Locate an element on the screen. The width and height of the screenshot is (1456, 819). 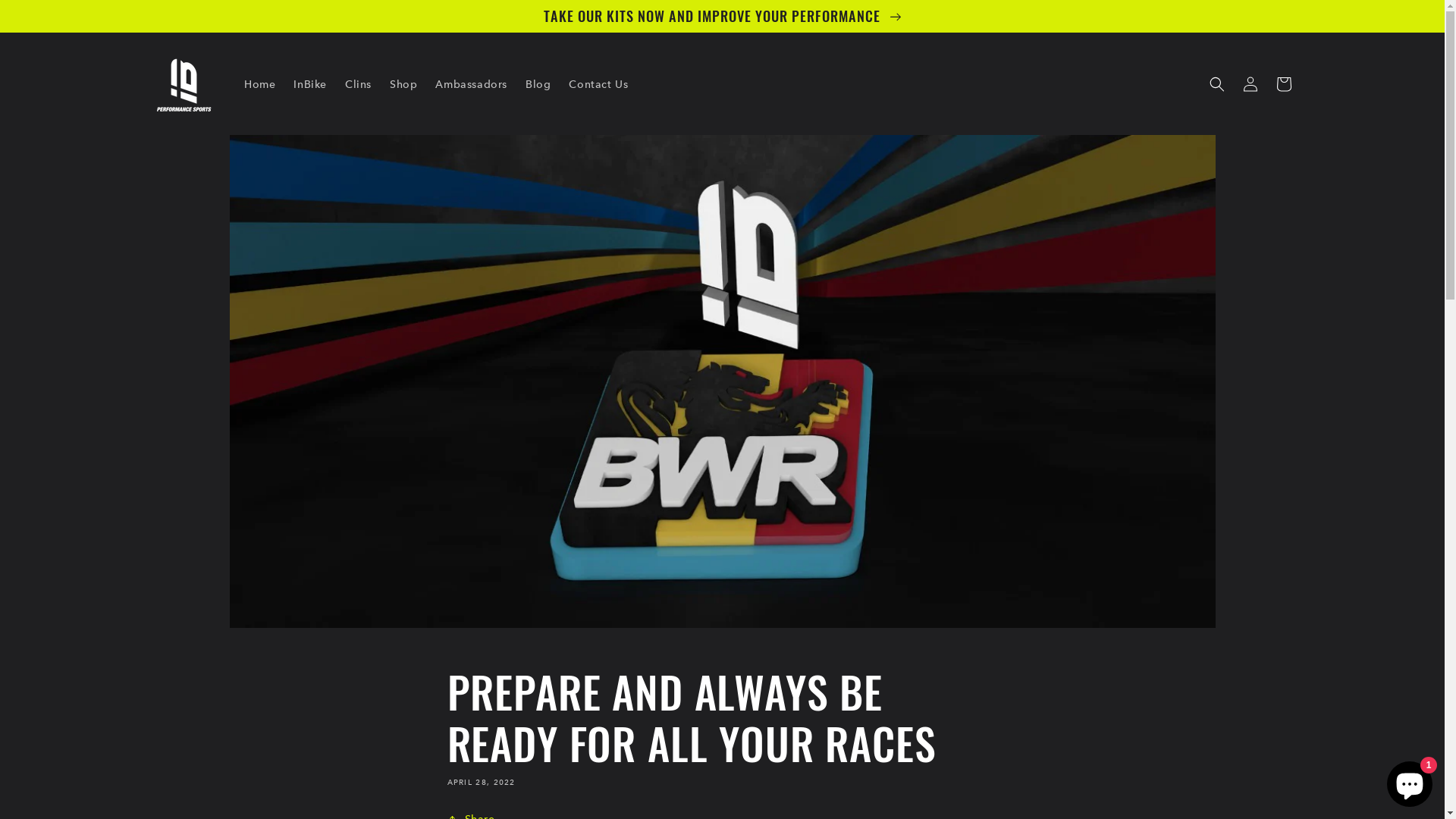
'Home' is located at coordinates (259, 84).